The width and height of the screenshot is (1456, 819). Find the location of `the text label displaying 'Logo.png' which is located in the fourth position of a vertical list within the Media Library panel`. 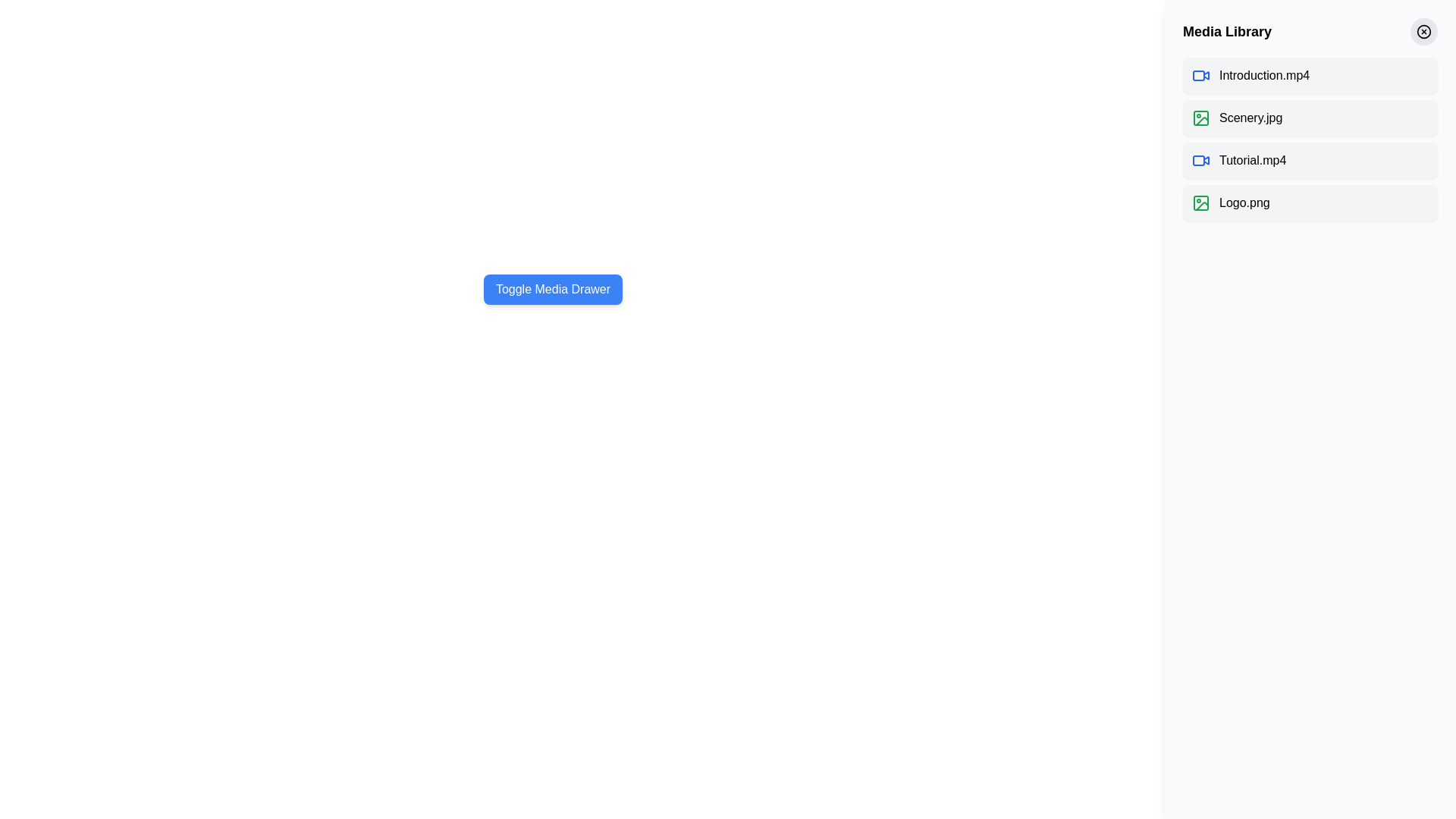

the text label displaying 'Logo.png' which is located in the fourth position of a vertical list within the Media Library panel is located at coordinates (1244, 202).